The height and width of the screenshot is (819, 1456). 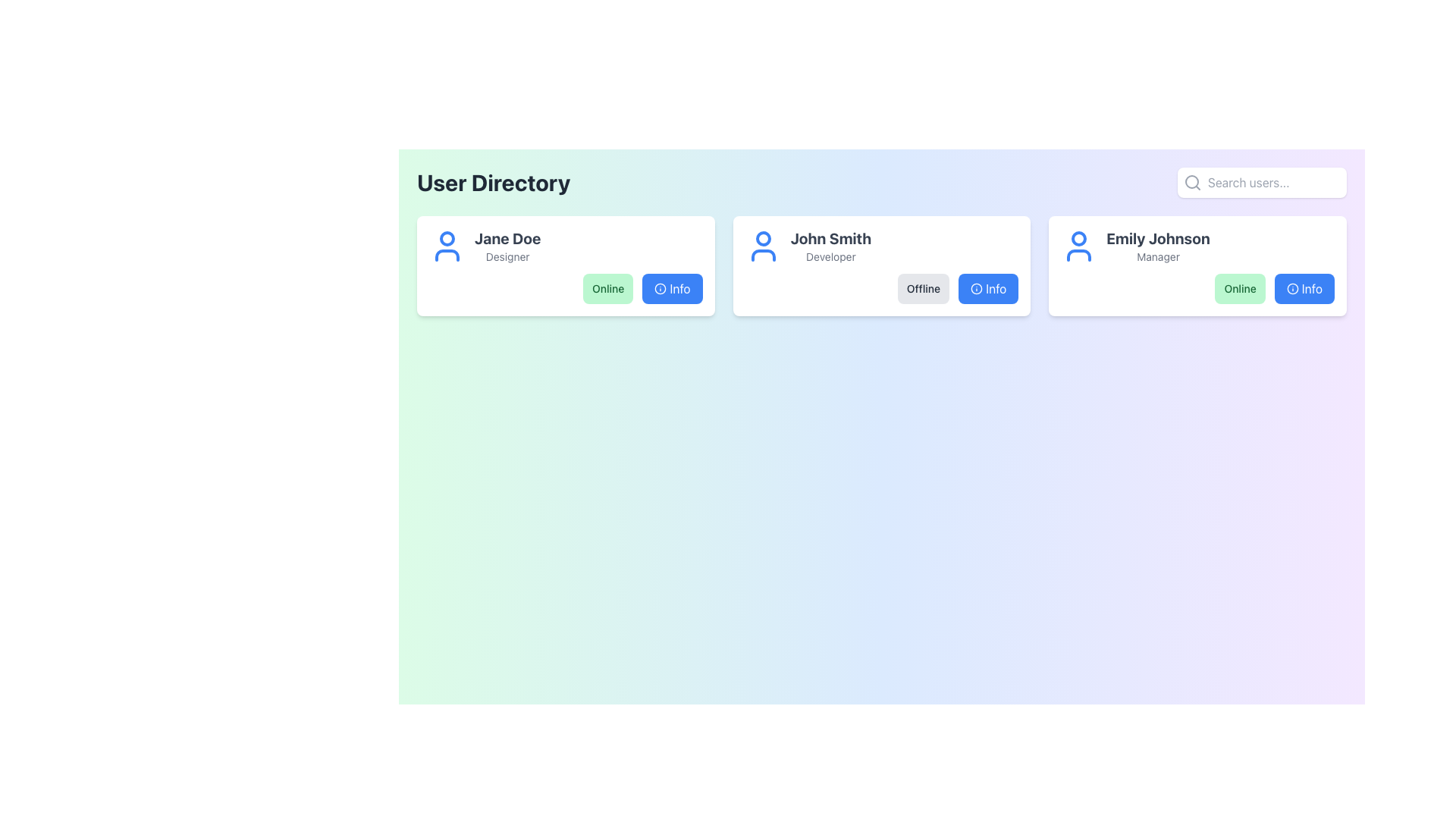 What do you see at coordinates (447, 245) in the screenshot?
I see `the blue user silhouette icon located at the far left of the user information card, adjacent to the name 'Jane Doe' and job title 'Designer'` at bounding box center [447, 245].